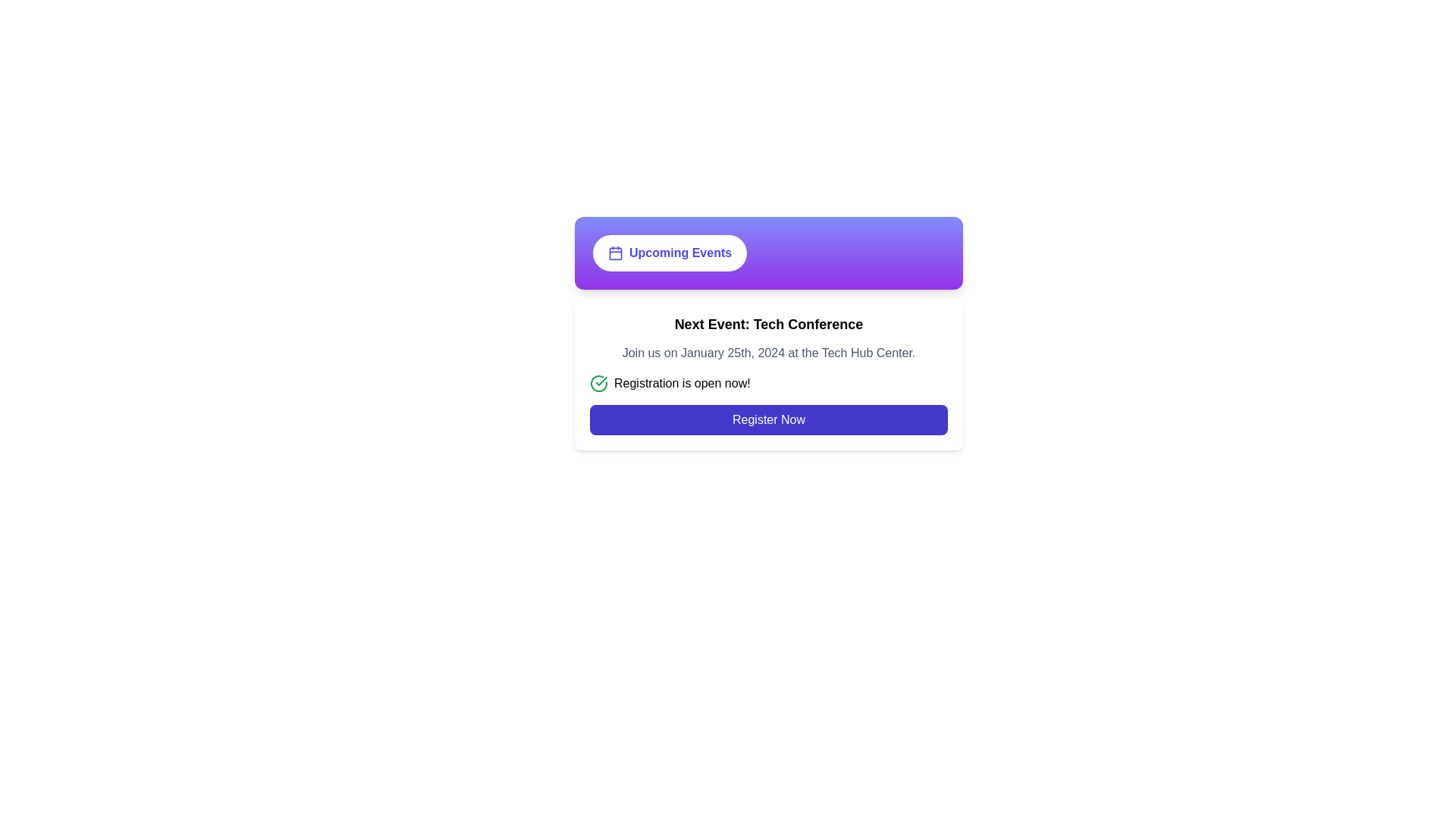 The height and width of the screenshot is (819, 1456). I want to click on the visual indicator icon confirming that registration is currently active, located to the left of the text 'Registration is open now!', so click(598, 382).